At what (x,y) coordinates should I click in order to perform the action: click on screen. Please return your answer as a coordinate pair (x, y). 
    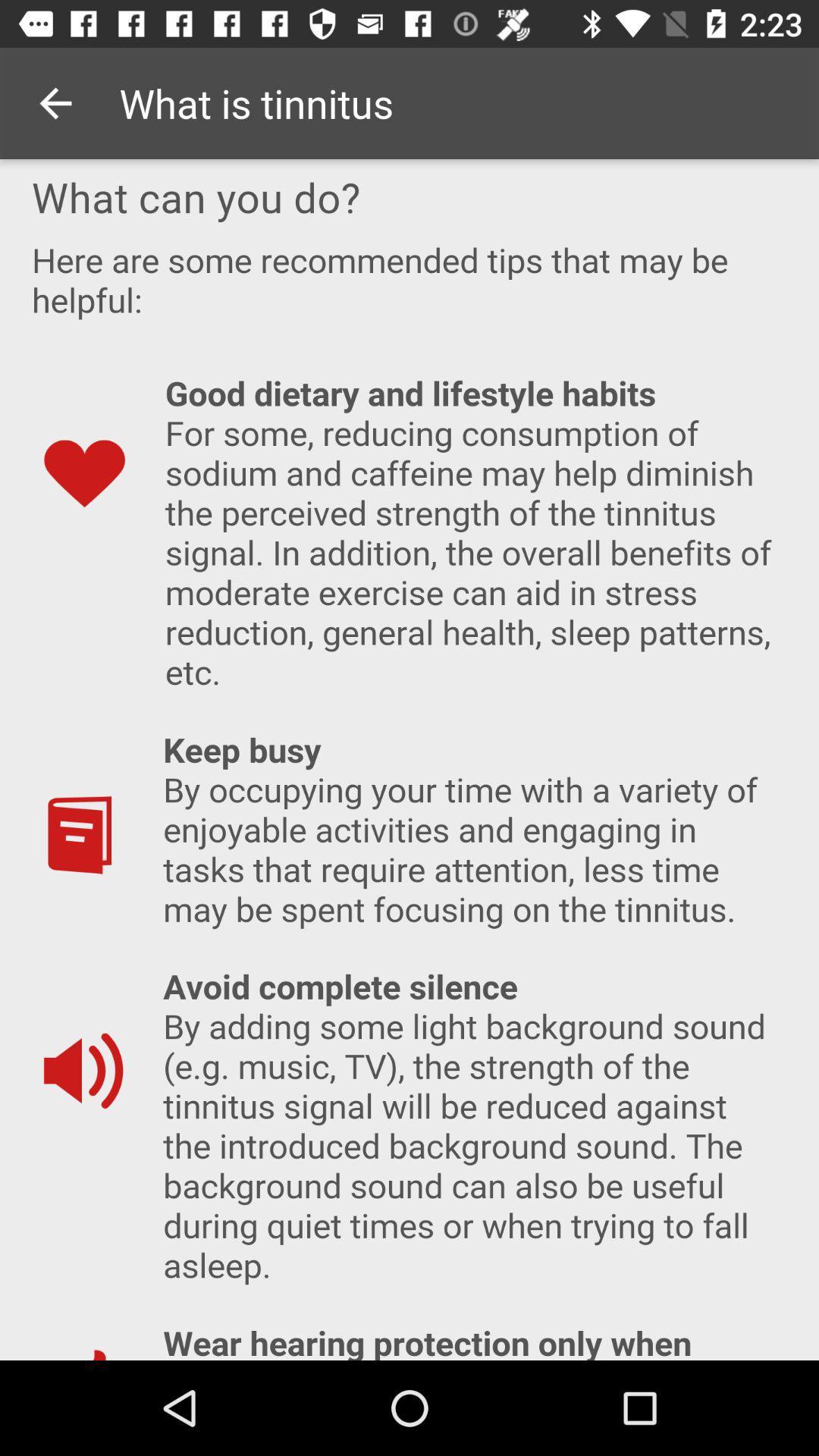
    Looking at the image, I should click on (409, 760).